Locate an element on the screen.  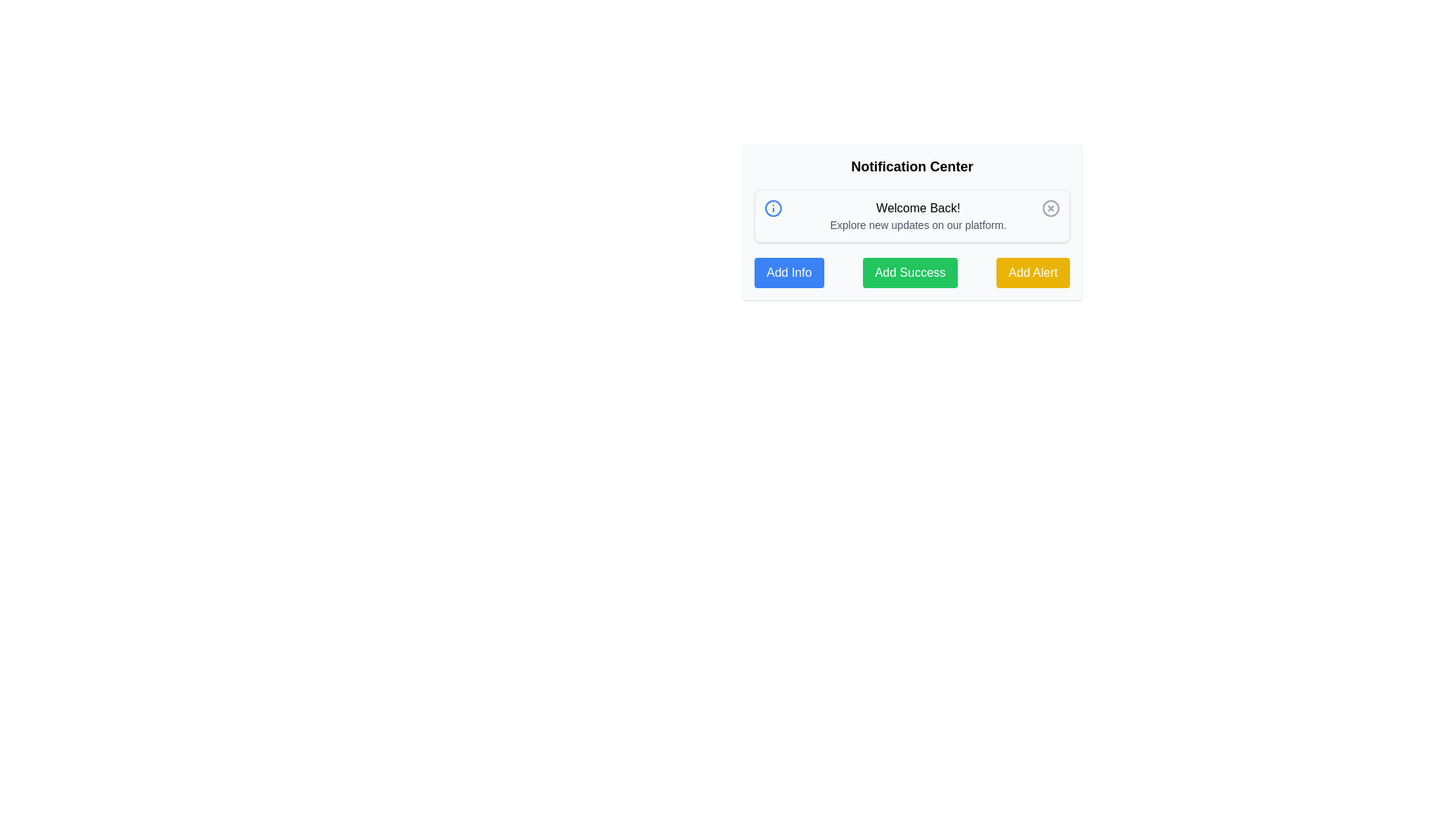
the static text element displaying 'Welcome Back!' located in the Notification Center, positioned above the smaller descriptive text is located at coordinates (917, 208).